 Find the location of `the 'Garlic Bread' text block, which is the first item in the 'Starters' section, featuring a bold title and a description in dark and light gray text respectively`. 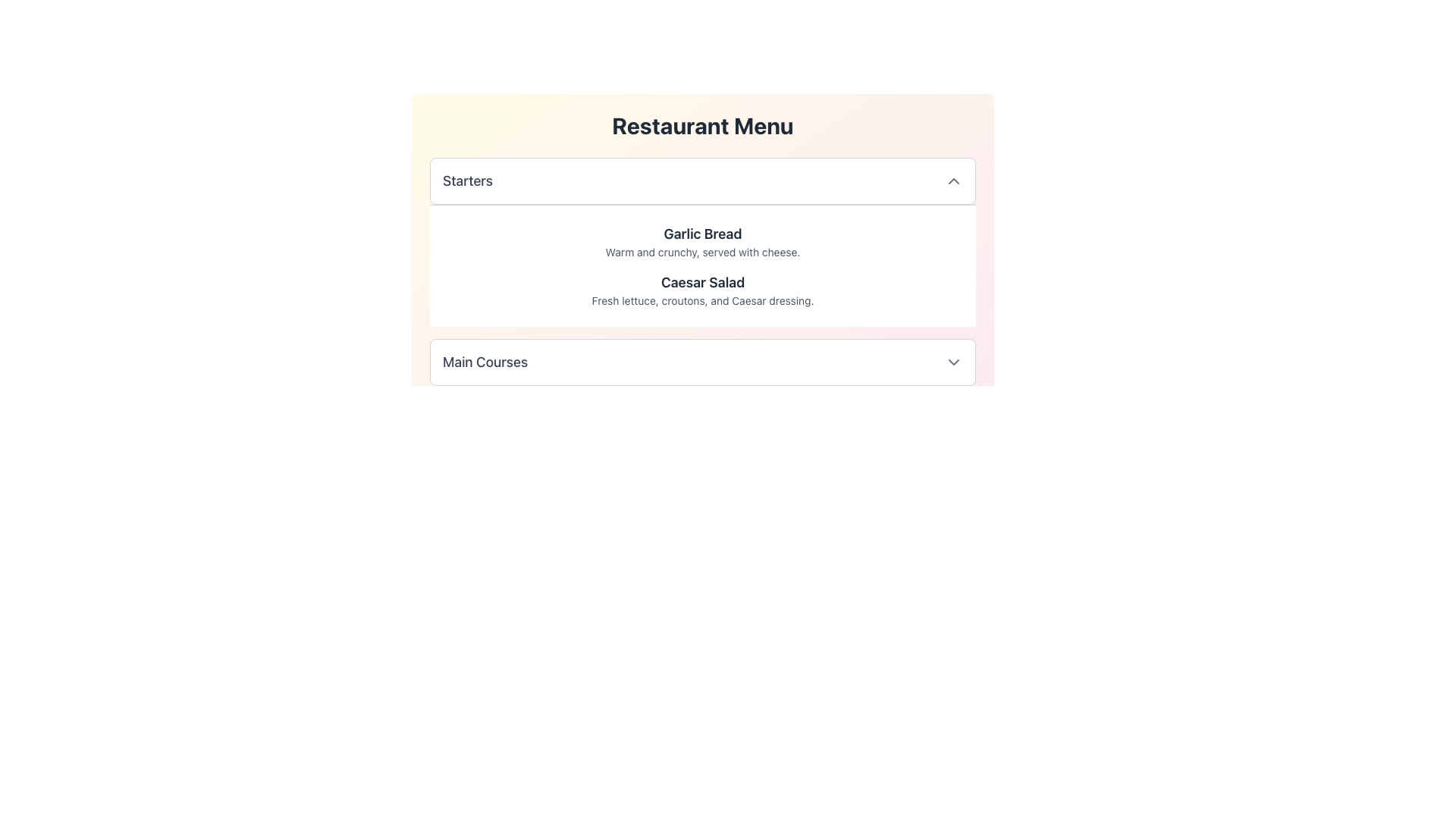

the 'Garlic Bread' text block, which is the first item in the 'Starters' section, featuring a bold title and a description in dark and light gray text respectively is located at coordinates (701, 241).